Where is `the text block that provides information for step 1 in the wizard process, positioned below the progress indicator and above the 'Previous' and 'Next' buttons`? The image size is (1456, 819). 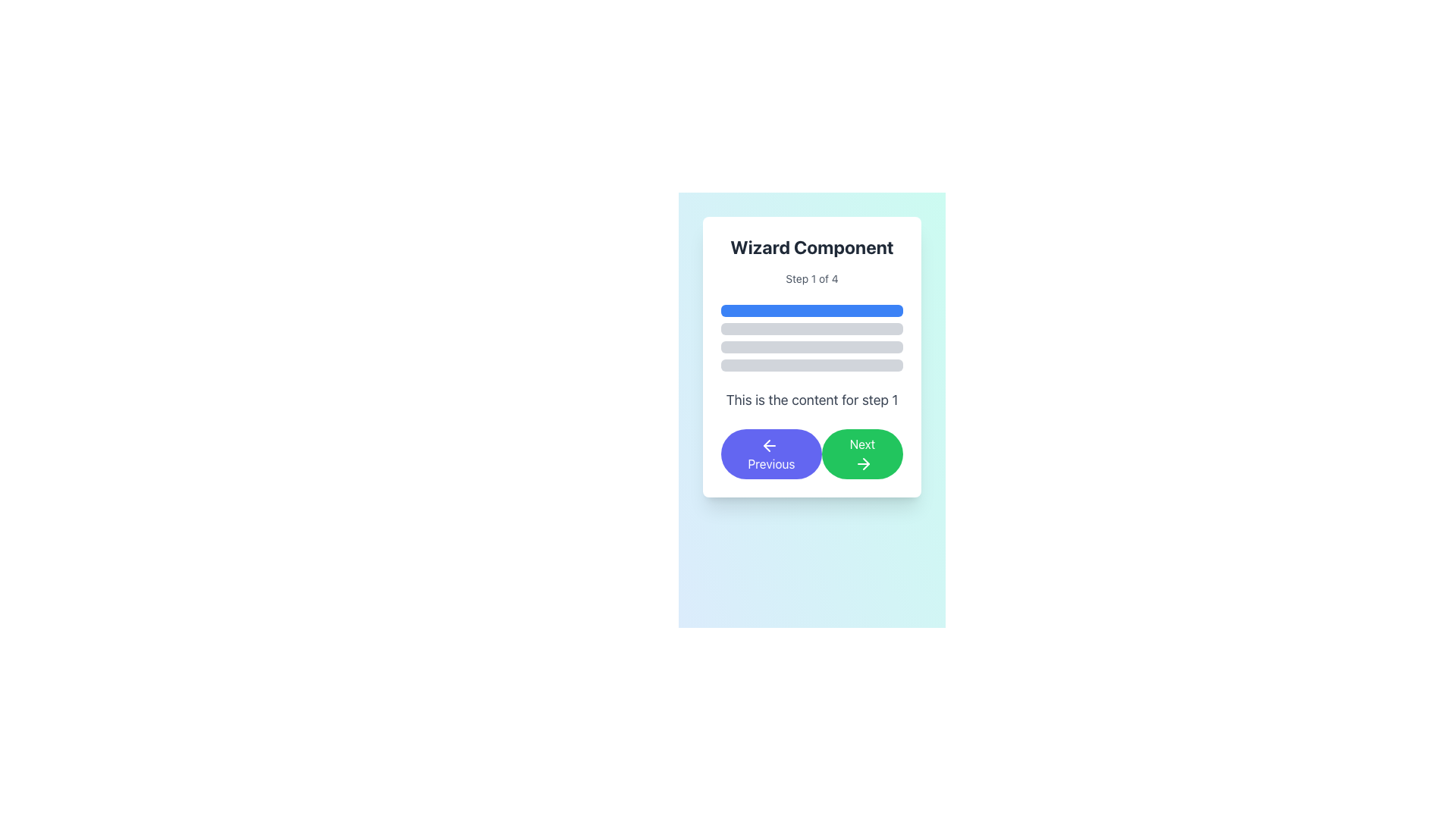
the text block that provides information for step 1 in the wizard process, positioned below the progress indicator and above the 'Previous' and 'Next' buttons is located at coordinates (811, 400).